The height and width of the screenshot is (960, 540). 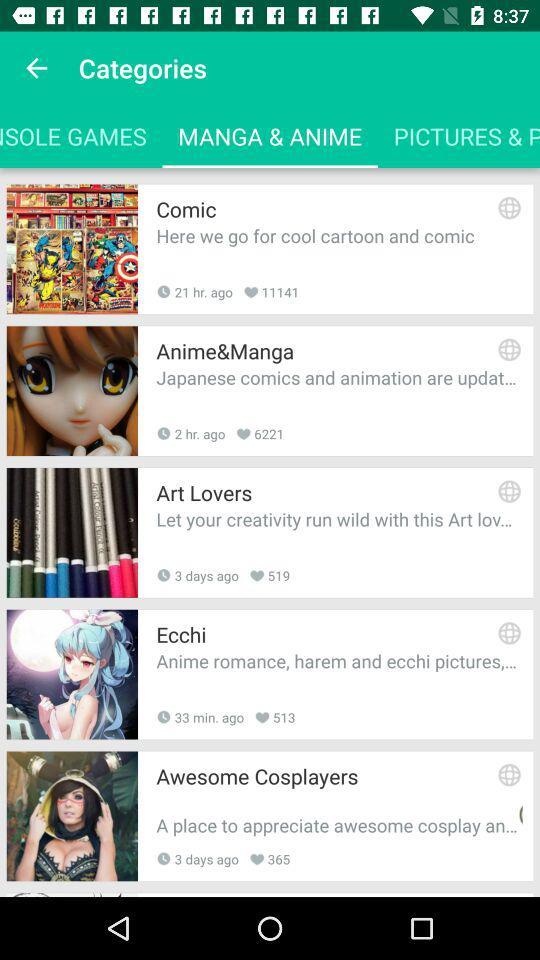 I want to click on the first image, so click(x=71, y=248).